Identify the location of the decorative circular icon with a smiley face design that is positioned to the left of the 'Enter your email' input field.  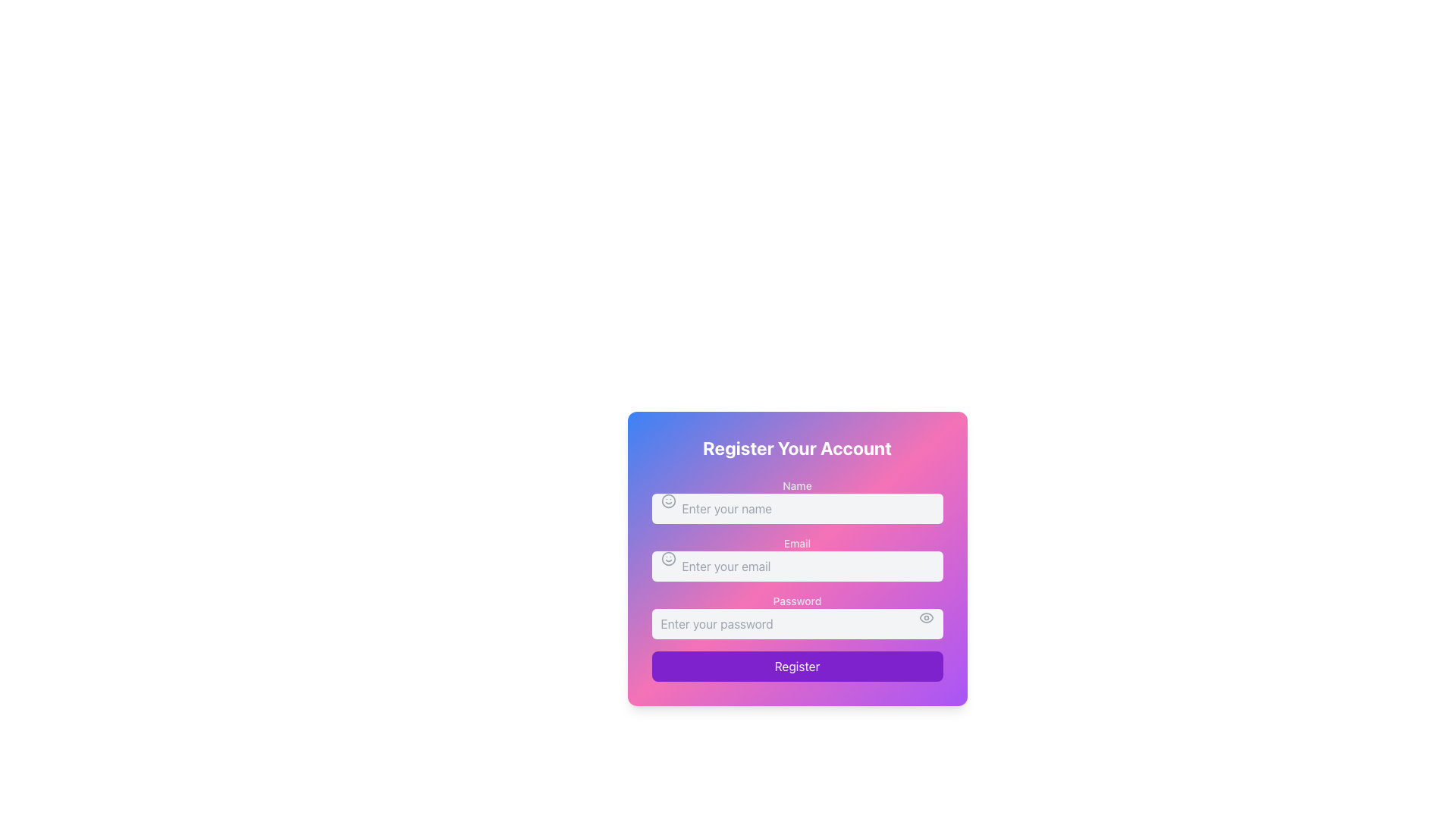
(667, 558).